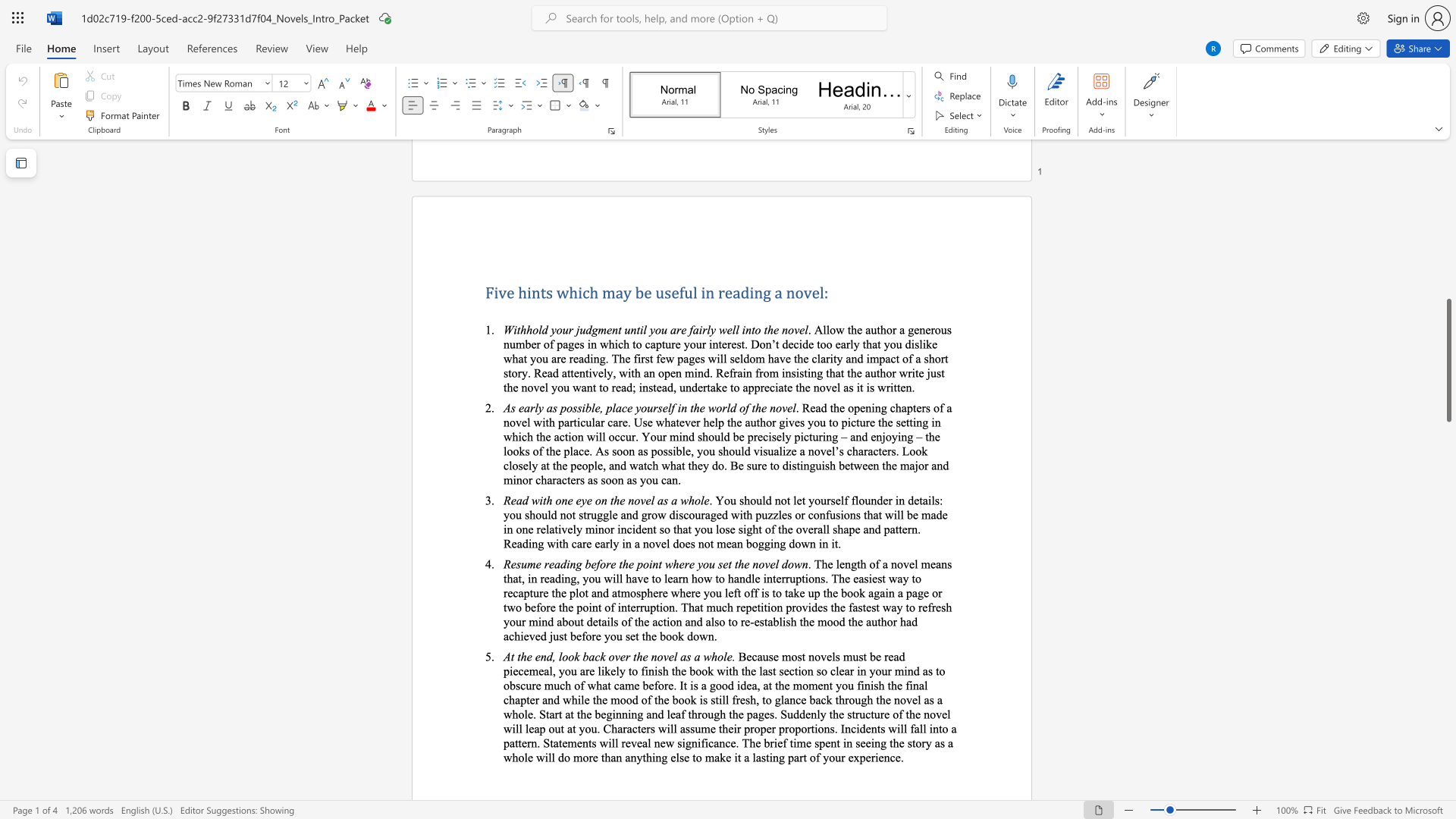  What do you see at coordinates (1448, 256) in the screenshot?
I see `the side scrollbar to bring the page up` at bounding box center [1448, 256].